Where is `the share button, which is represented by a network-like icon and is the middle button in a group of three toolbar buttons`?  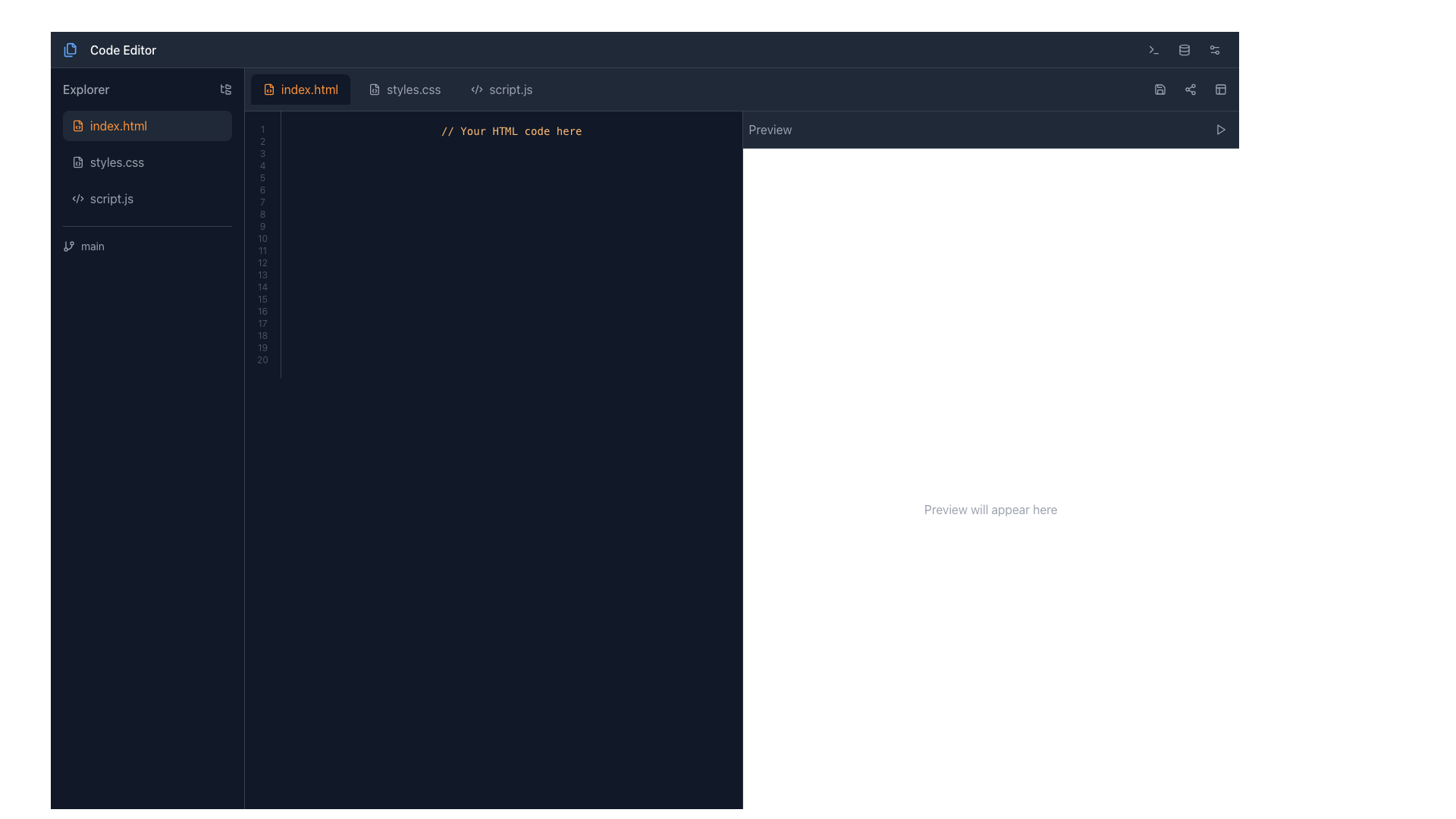
the share button, which is represented by a network-like icon and is the middle button in a group of three toolbar buttons is located at coordinates (1189, 89).